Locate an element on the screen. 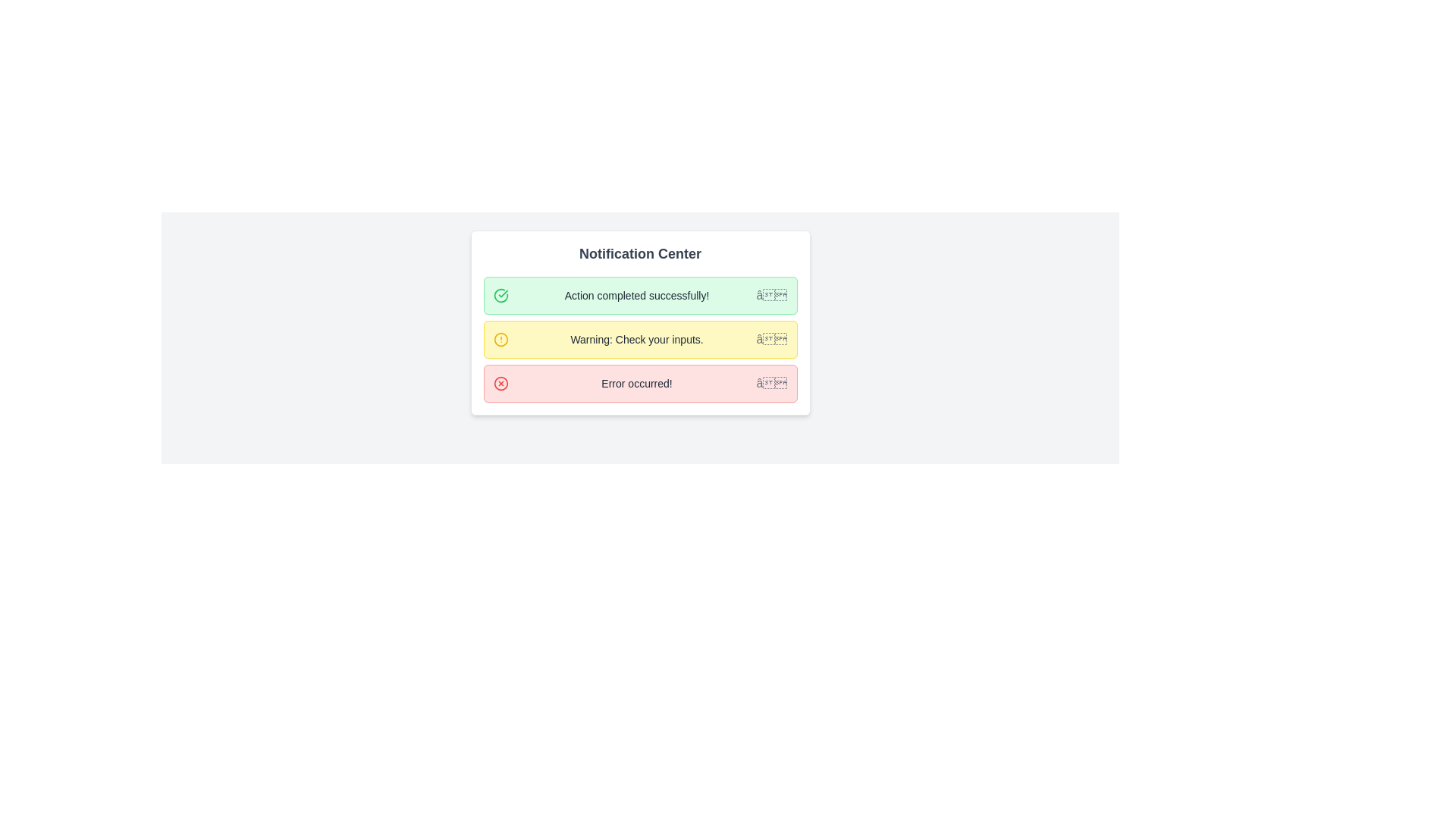 The image size is (1456, 819). text from the notification label indicating successful action completion, which is located inside the first notification item in the 'Notification Center', next to an icon and a close button is located at coordinates (637, 295).